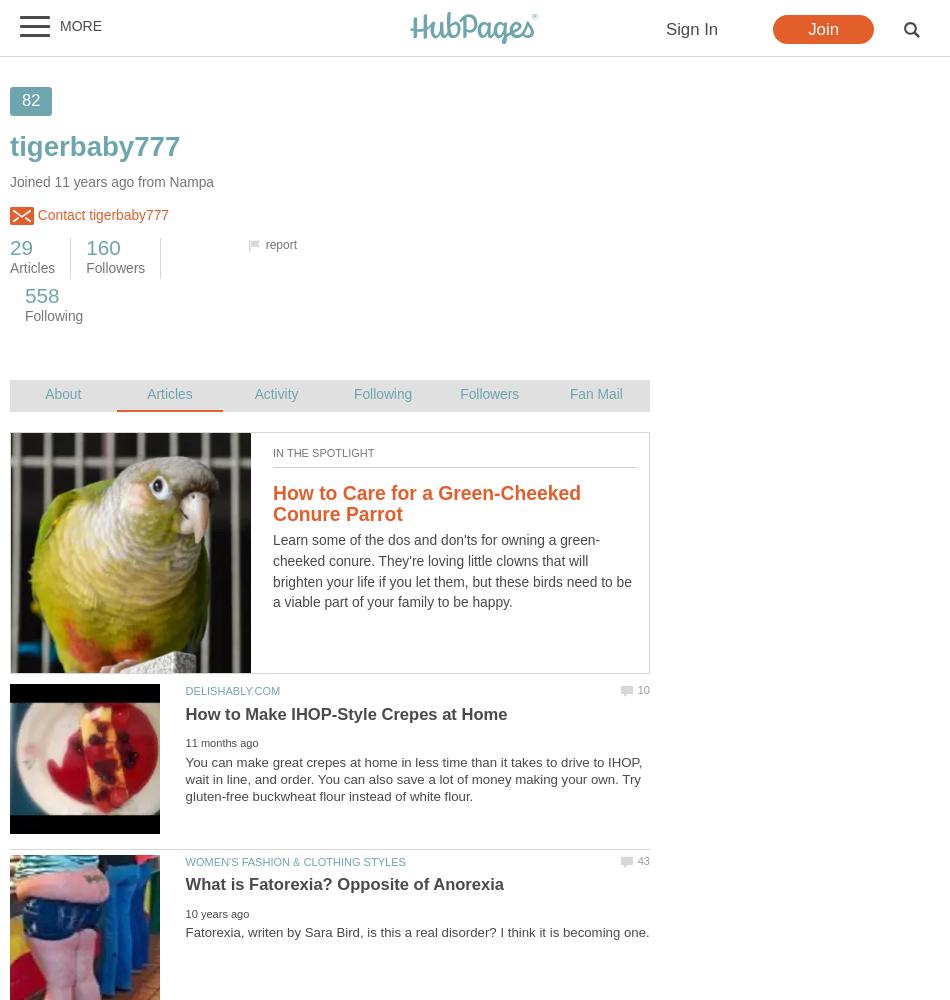 This screenshot has height=1000, width=950. Describe the element at coordinates (216, 913) in the screenshot. I see `'10 years ago'` at that location.